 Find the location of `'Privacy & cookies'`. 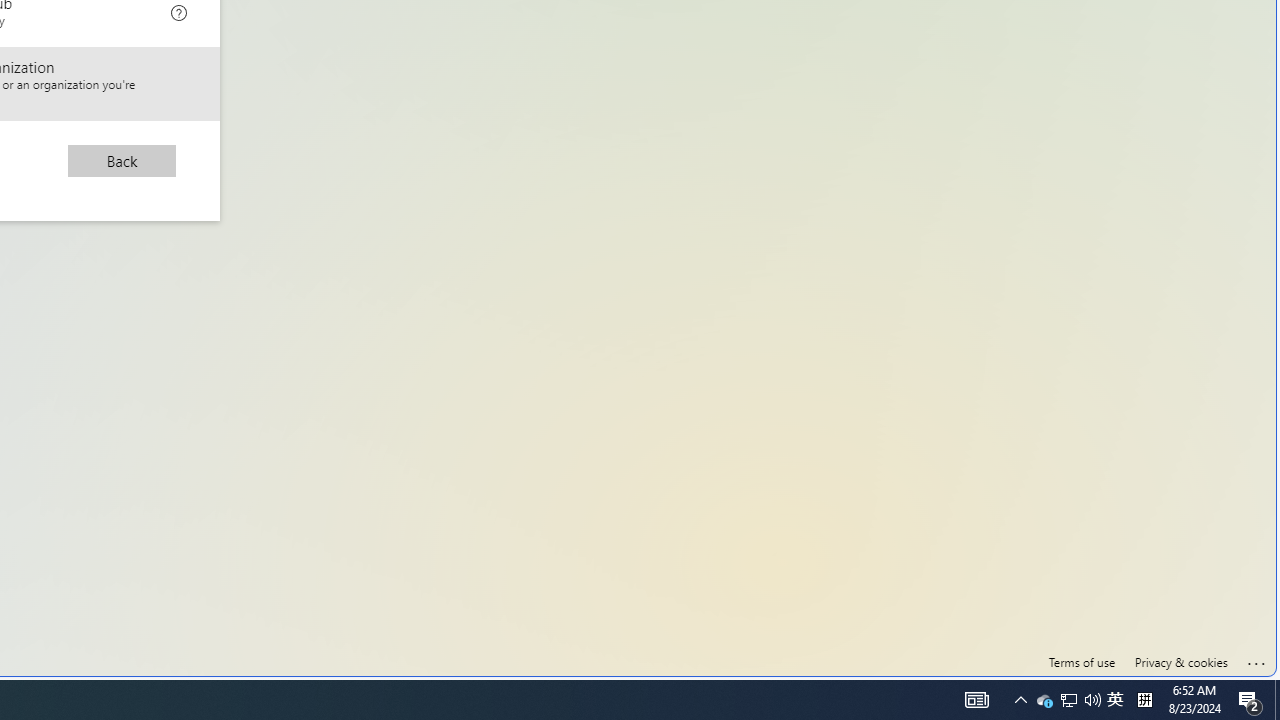

'Privacy & cookies' is located at coordinates (1180, 662).